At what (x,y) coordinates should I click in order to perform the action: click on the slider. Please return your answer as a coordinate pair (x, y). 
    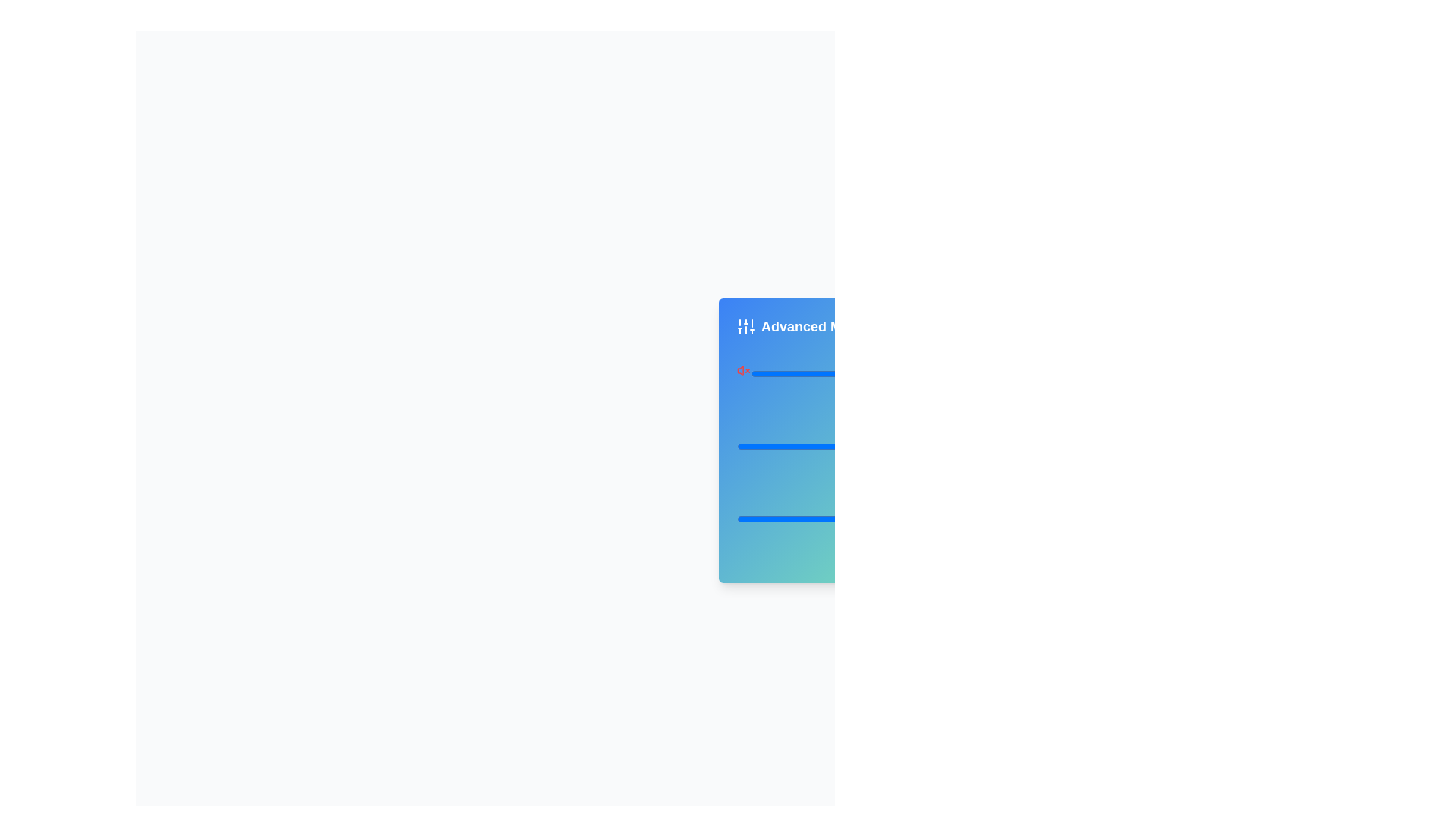
    Looking at the image, I should click on (856, 519).